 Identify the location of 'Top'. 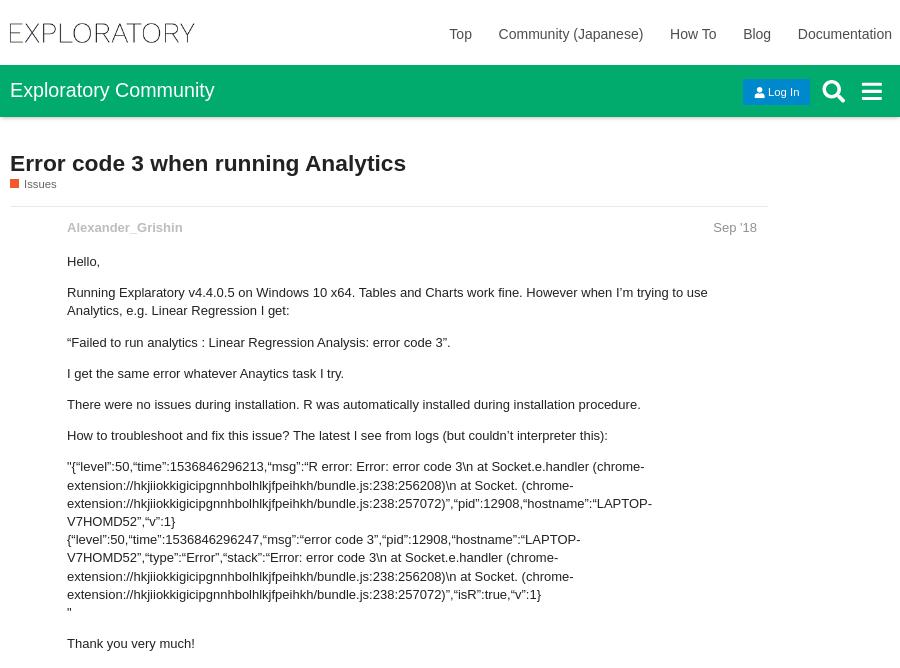
(458, 34).